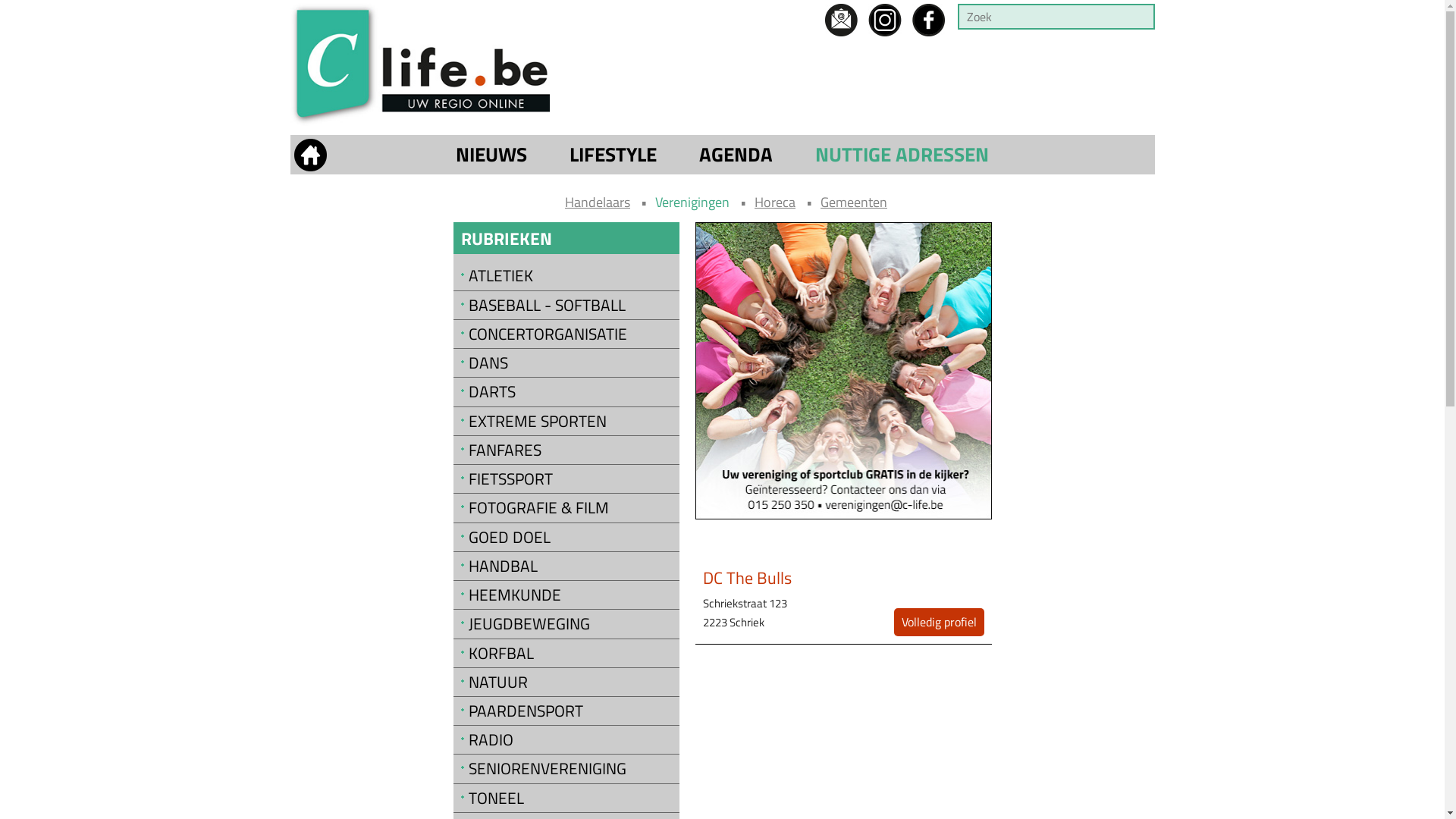 The width and height of the screenshot is (1456, 819). Describe the element at coordinates (691, 201) in the screenshot. I see `'Verenigingen'` at that location.